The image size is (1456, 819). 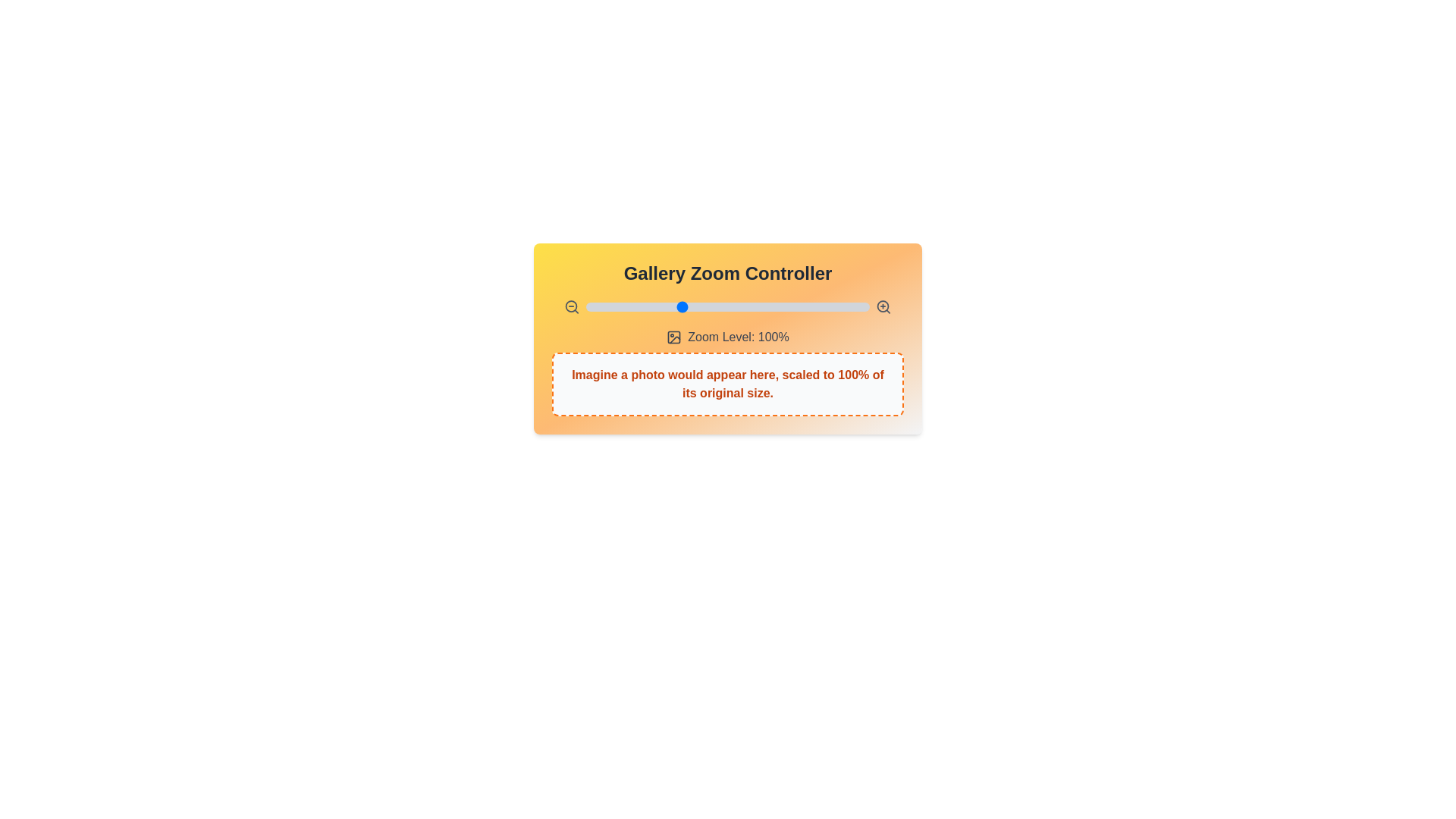 I want to click on the zoom level to 152% by interacting with the slider, so click(x=779, y=307).